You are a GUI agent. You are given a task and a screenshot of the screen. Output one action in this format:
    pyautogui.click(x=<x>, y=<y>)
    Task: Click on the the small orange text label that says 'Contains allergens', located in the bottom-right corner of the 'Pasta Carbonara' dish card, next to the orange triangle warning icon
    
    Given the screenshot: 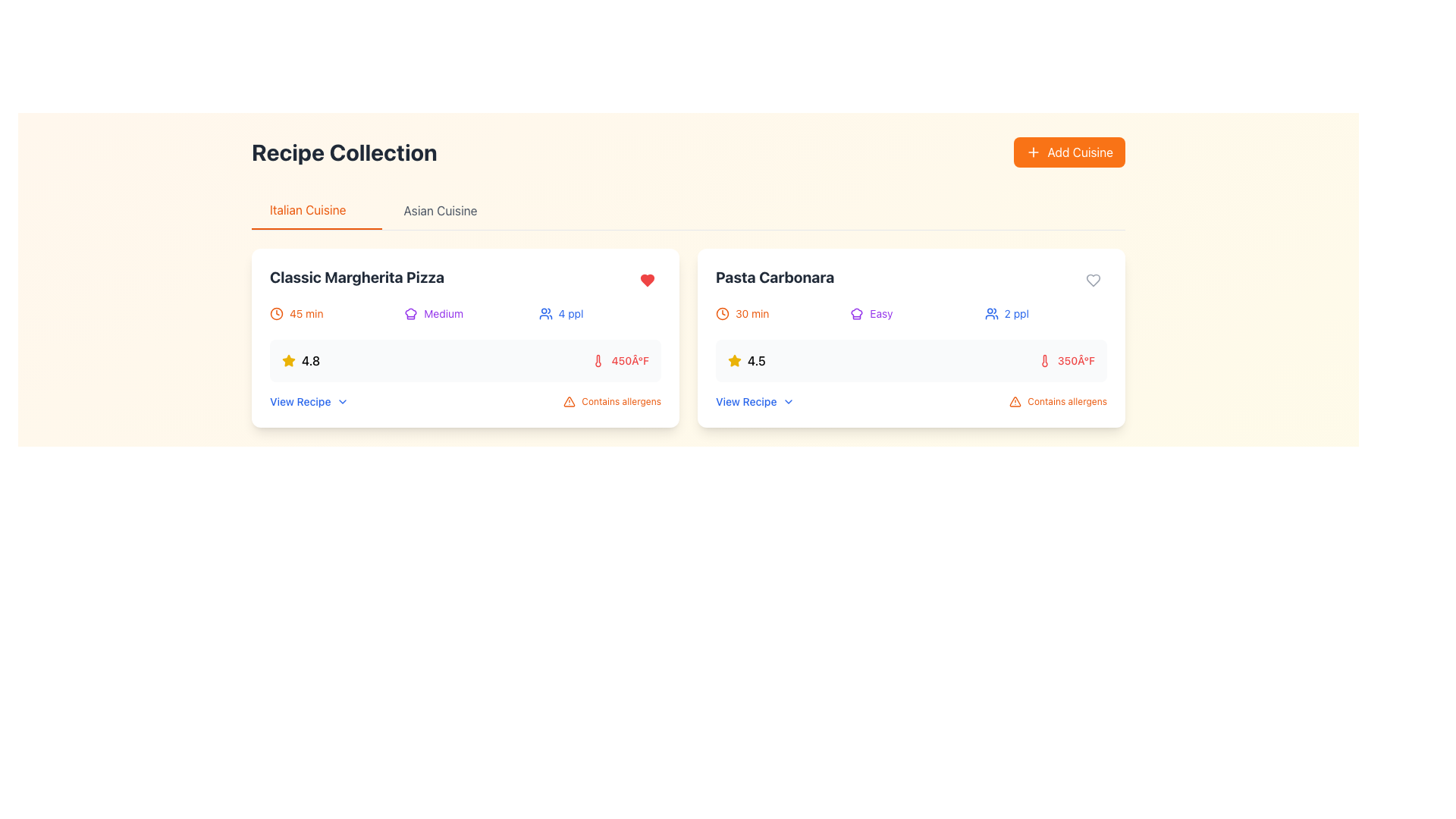 What is the action you would take?
    pyautogui.click(x=621, y=400)
    